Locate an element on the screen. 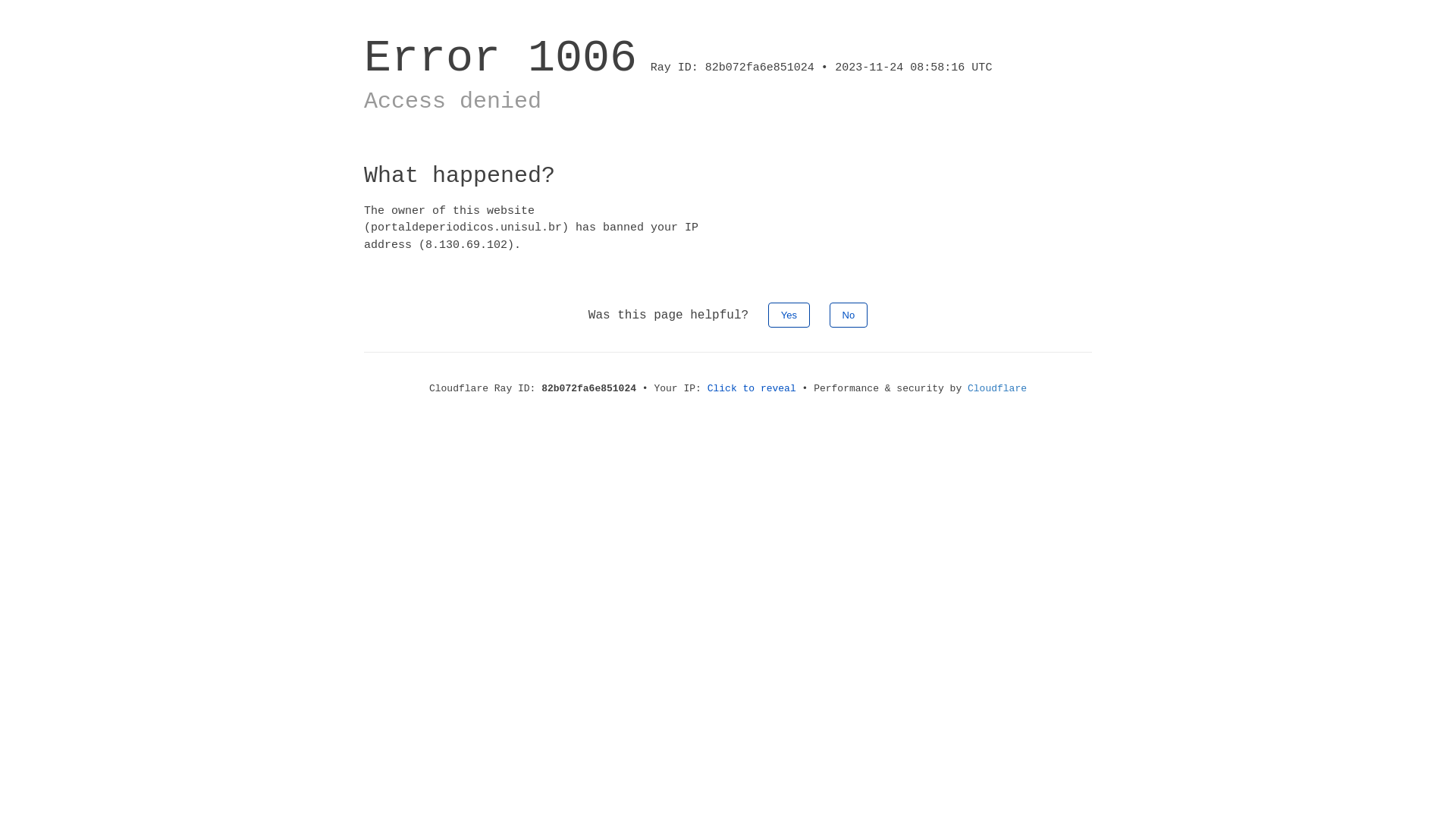 The width and height of the screenshot is (1456, 819). 'No' is located at coordinates (829, 314).